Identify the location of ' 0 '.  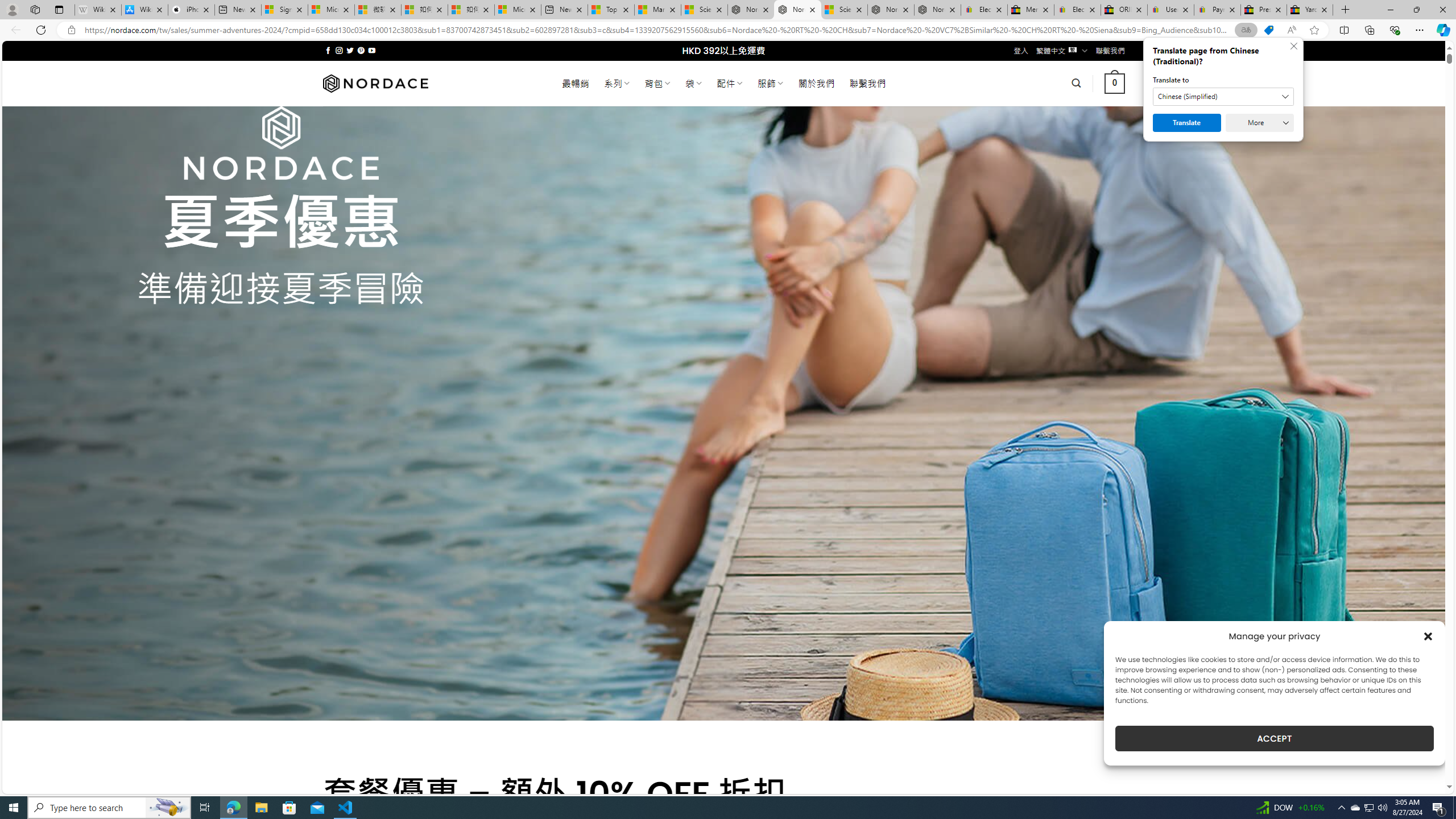
(1115, 82).